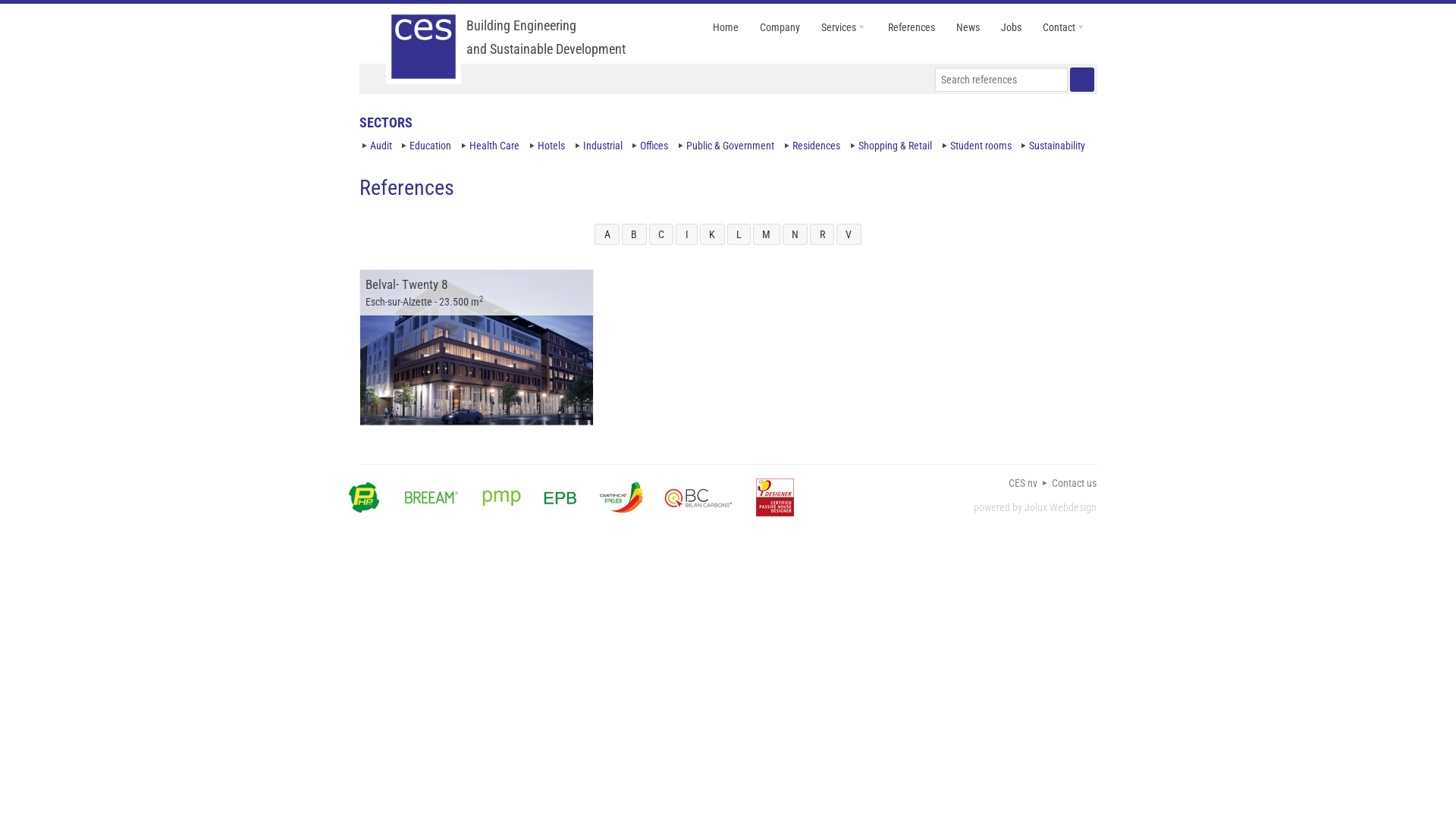 This screenshot has width=1456, height=819. I want to click on 'I', so click(686, 234).